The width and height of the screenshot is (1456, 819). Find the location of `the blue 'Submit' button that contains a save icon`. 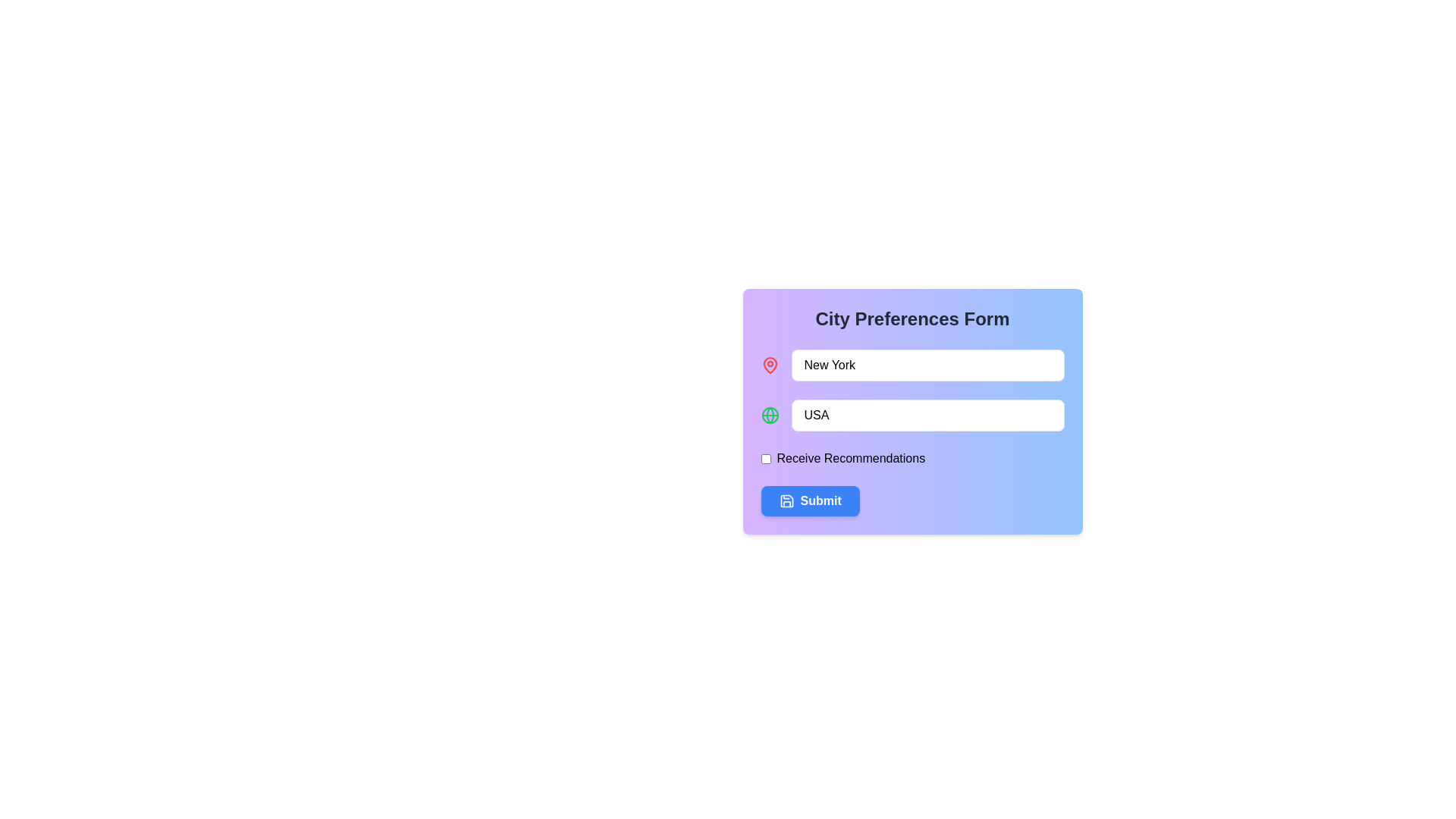

the blue 'Submit' button that contains a save icon is located at coordinates (786, 500).